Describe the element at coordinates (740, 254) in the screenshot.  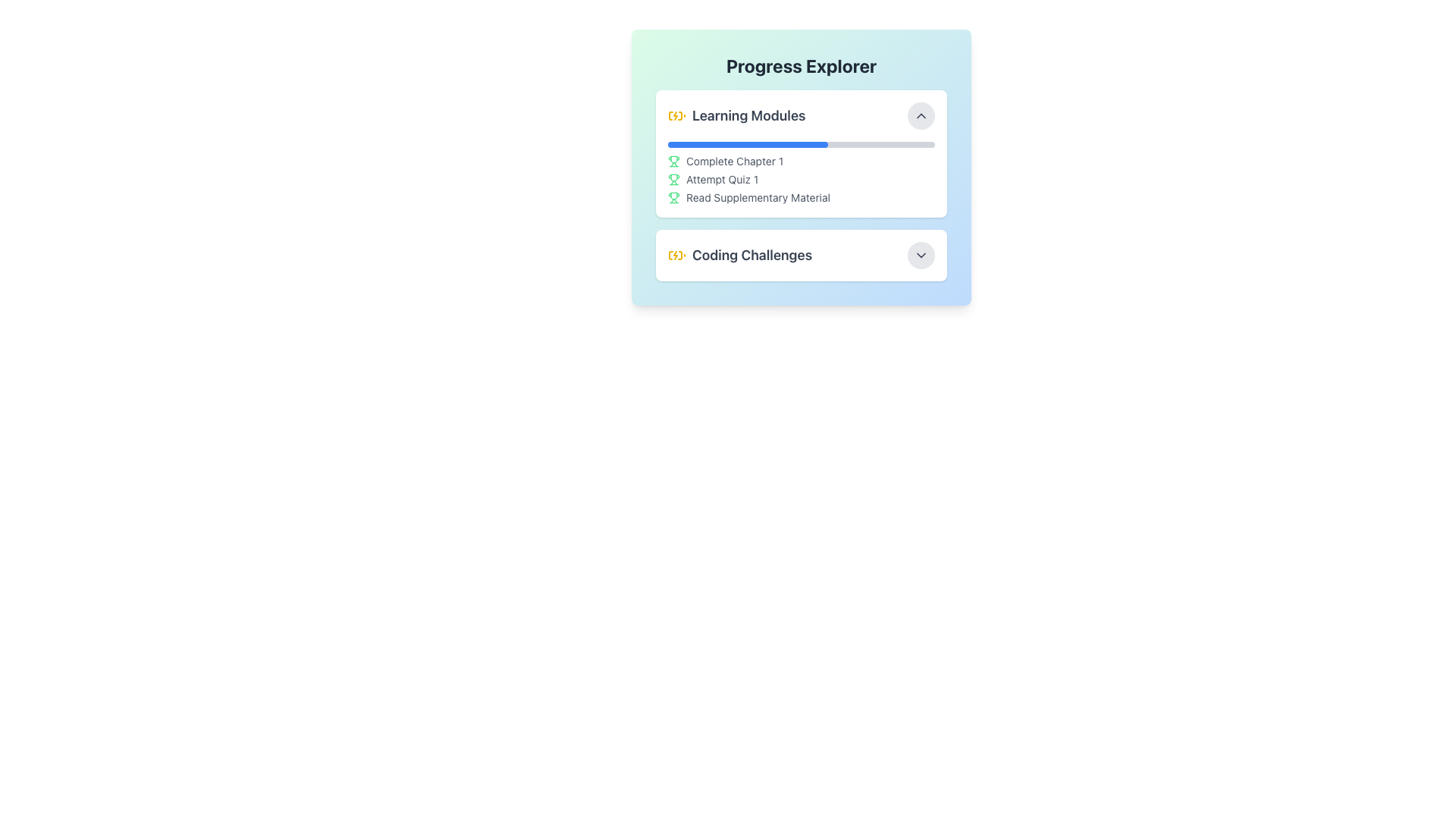
I see `the Text Label with Icon located in the lower section of the 'Progress Explorer' card, below the 'Learning Modules' section` at that location.